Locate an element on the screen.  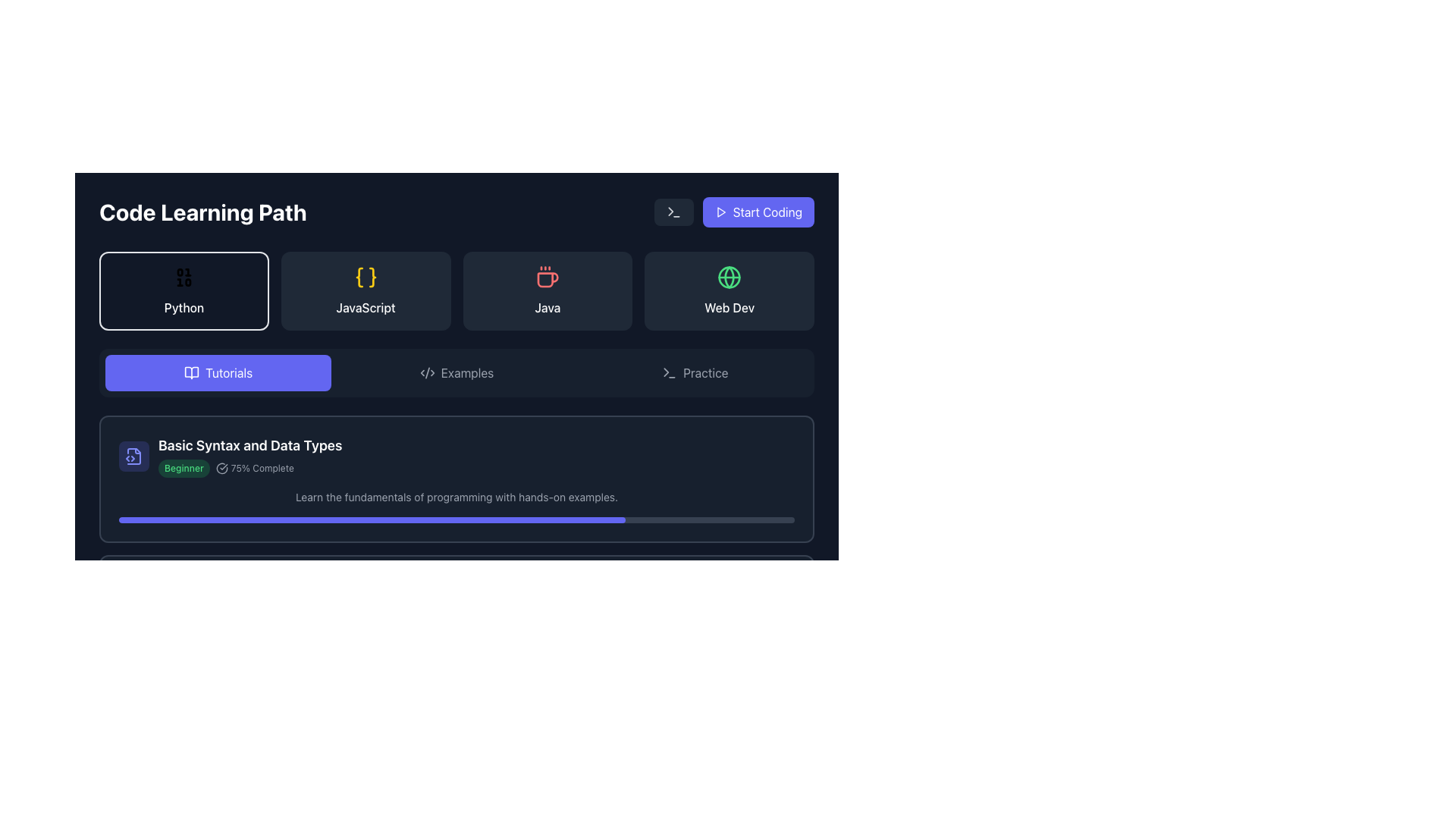
the progress value on the progress bar indicating 75% completion for the course labeled 'Basic Syntax and Data Types' is located at coordinates (456, 519).